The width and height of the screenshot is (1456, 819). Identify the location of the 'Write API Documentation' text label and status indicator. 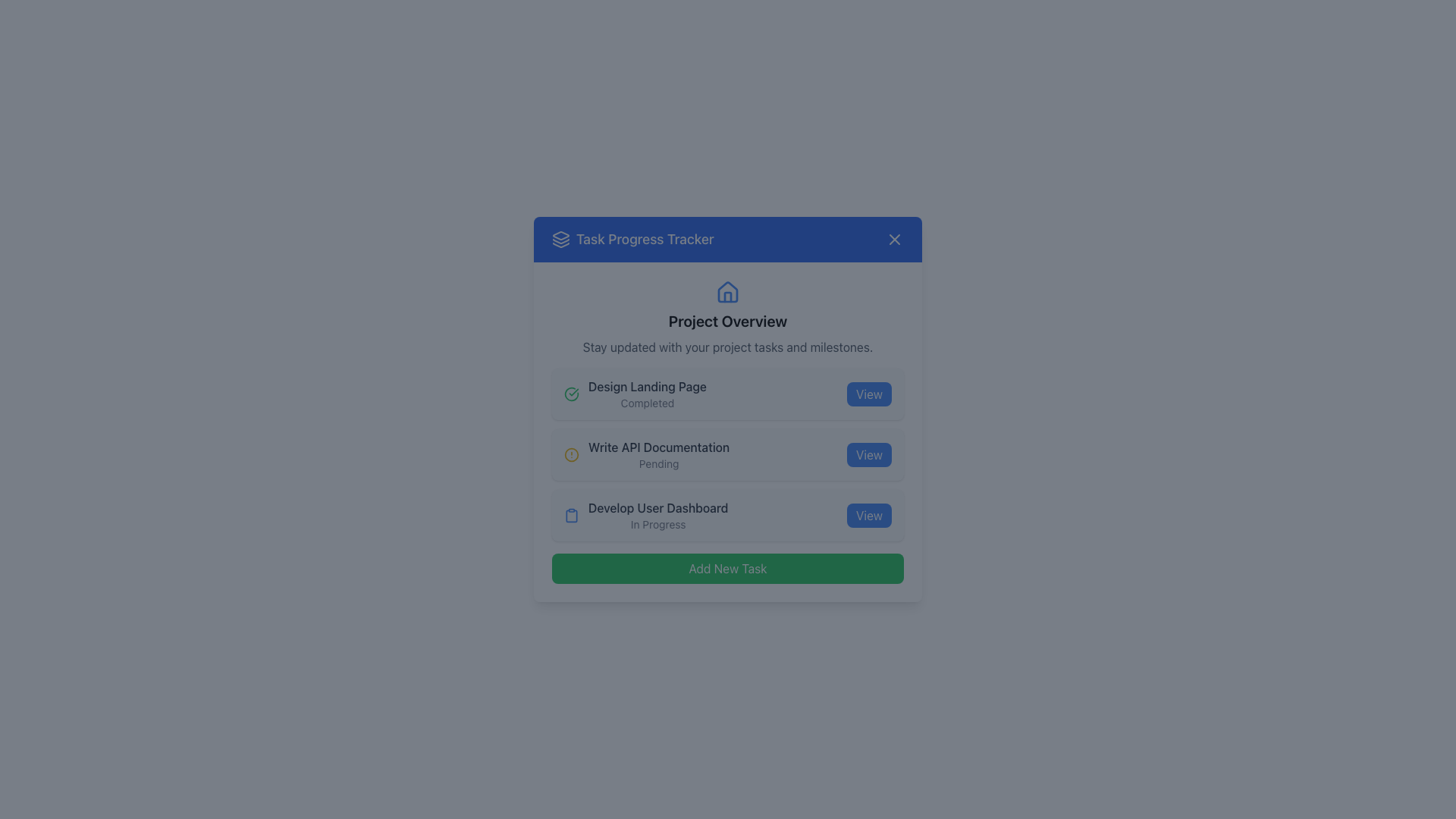
(647, 454).